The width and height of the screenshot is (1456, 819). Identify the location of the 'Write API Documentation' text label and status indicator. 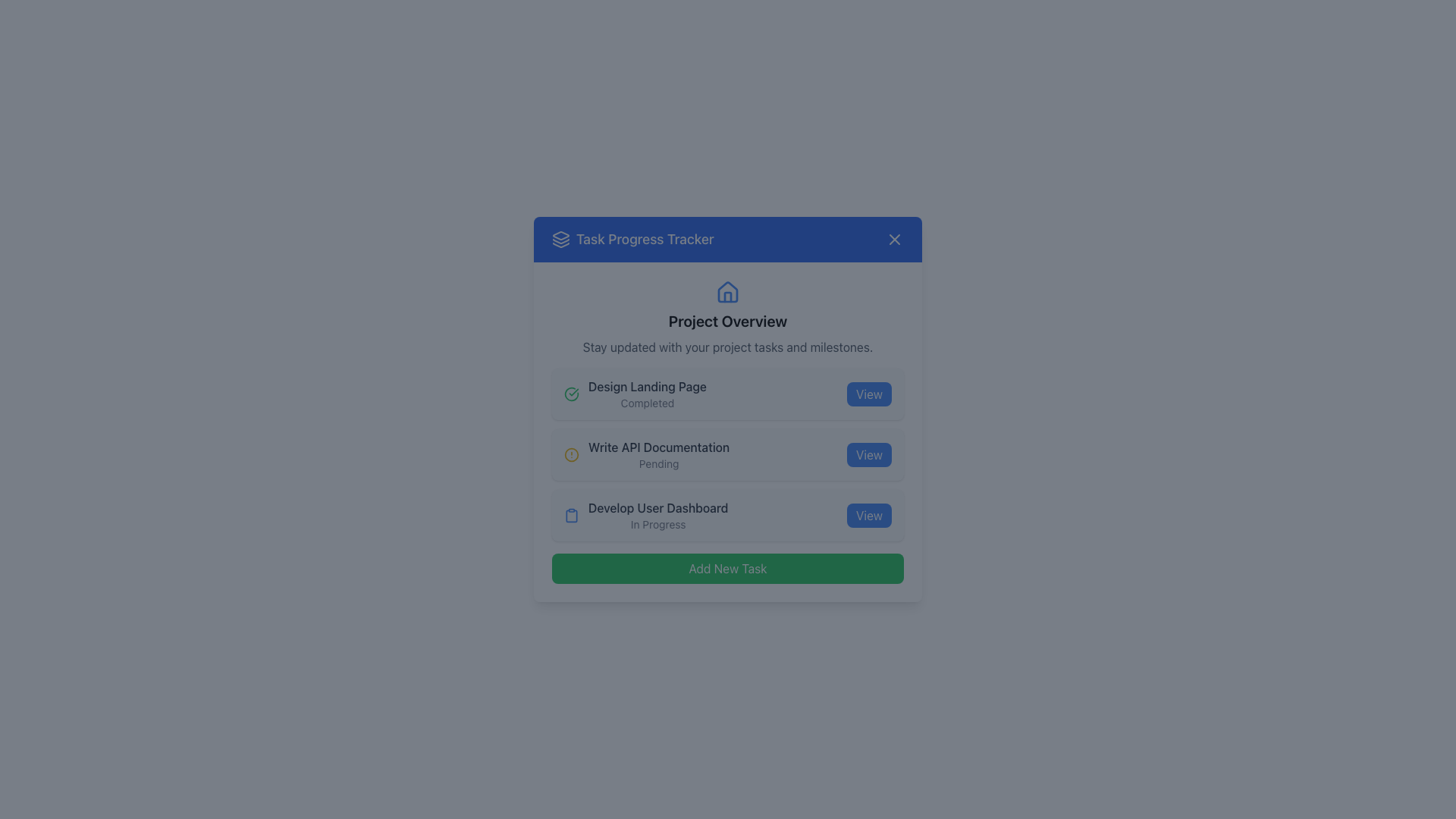
(647, 454).